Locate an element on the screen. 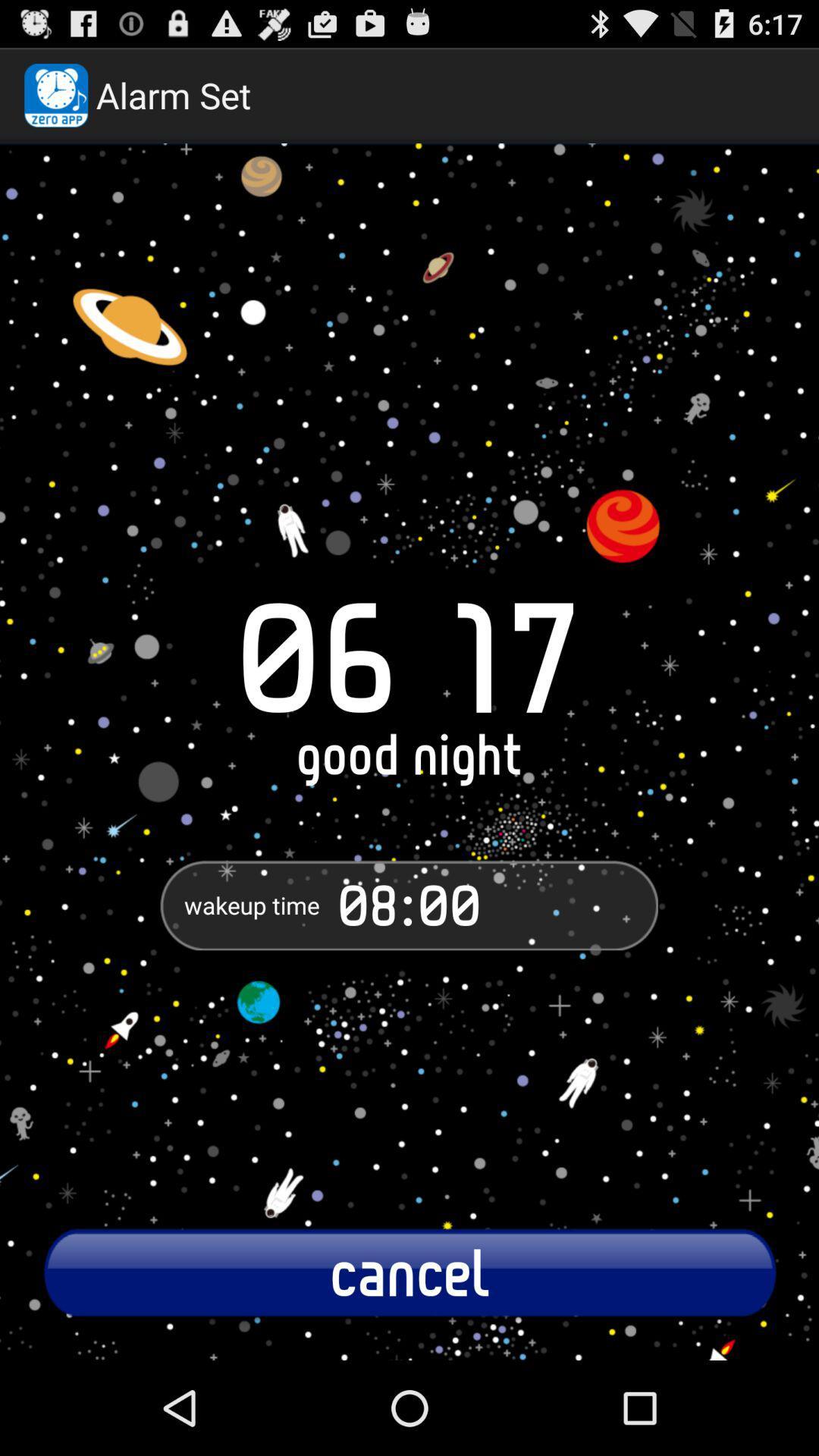  cancel button is located at coordinates (409, 1272).